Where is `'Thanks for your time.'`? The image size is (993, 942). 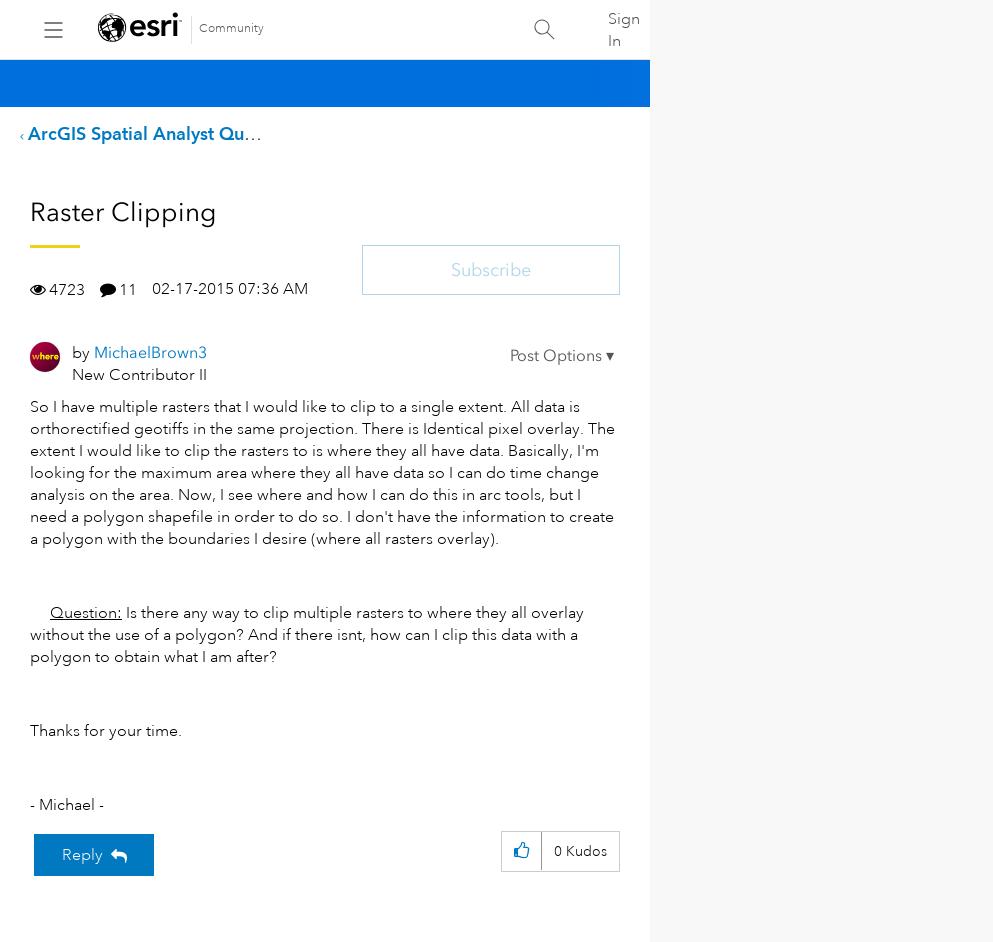
'Thanks for your time.' is located at coordinates (28, 728).